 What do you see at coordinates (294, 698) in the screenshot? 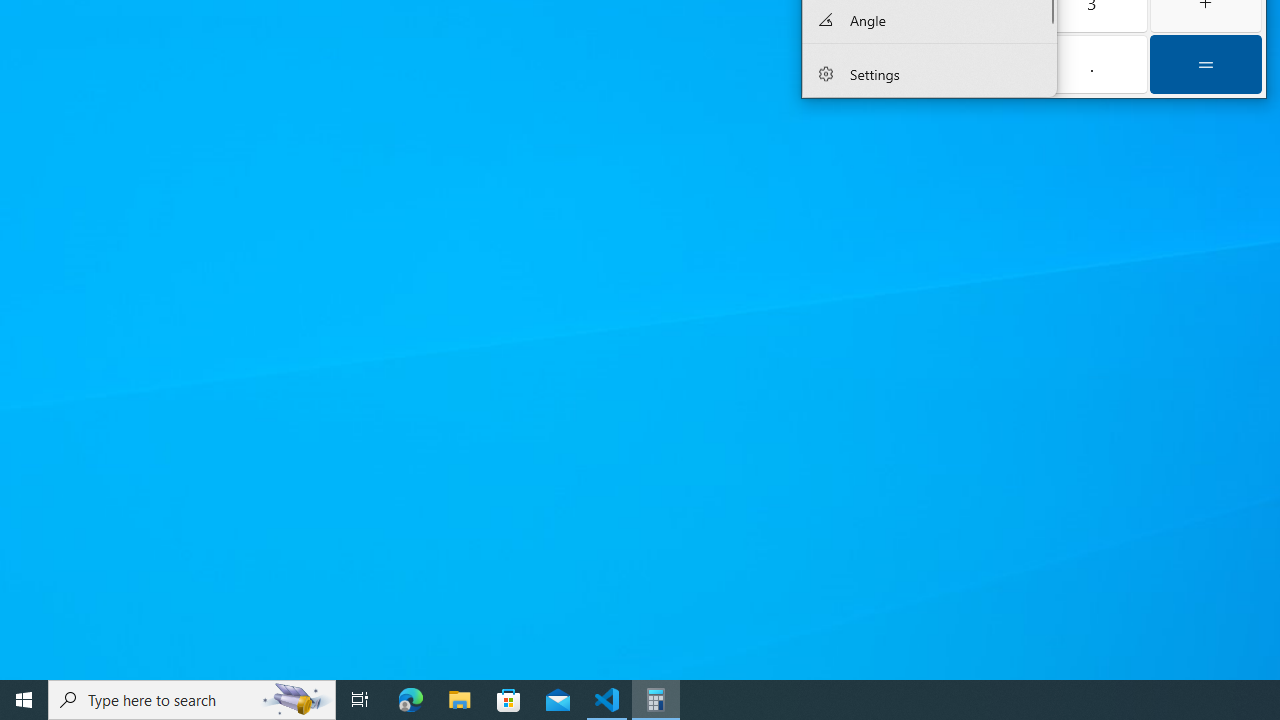
I see `'Search highlights icon opens search home window'` at bounding box center [294, 698].